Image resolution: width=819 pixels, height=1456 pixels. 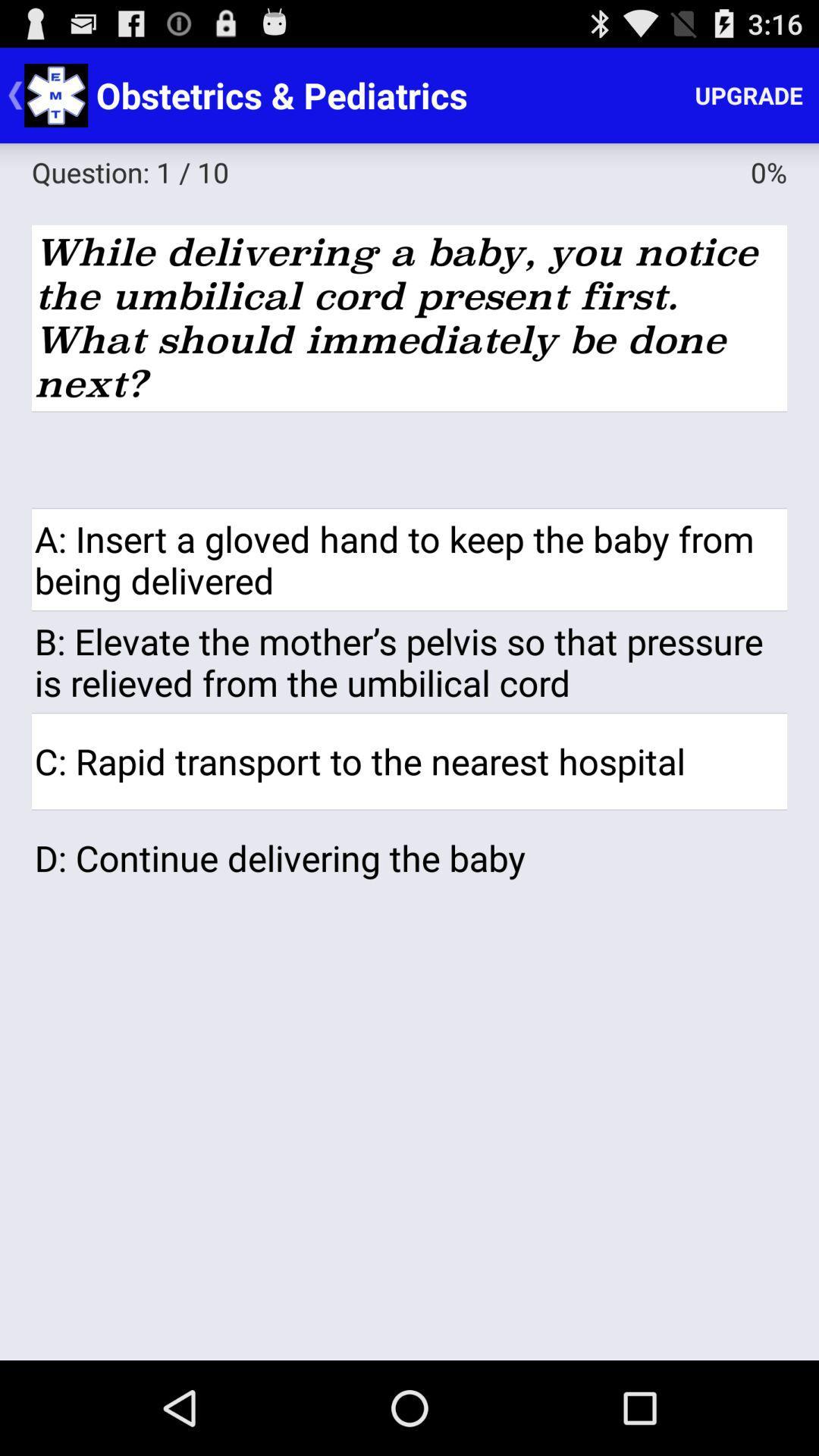 What do you see at coordinates (409, 662) in the screenshot?
I see `item below a insert a item` at bounding box center [409, 662].